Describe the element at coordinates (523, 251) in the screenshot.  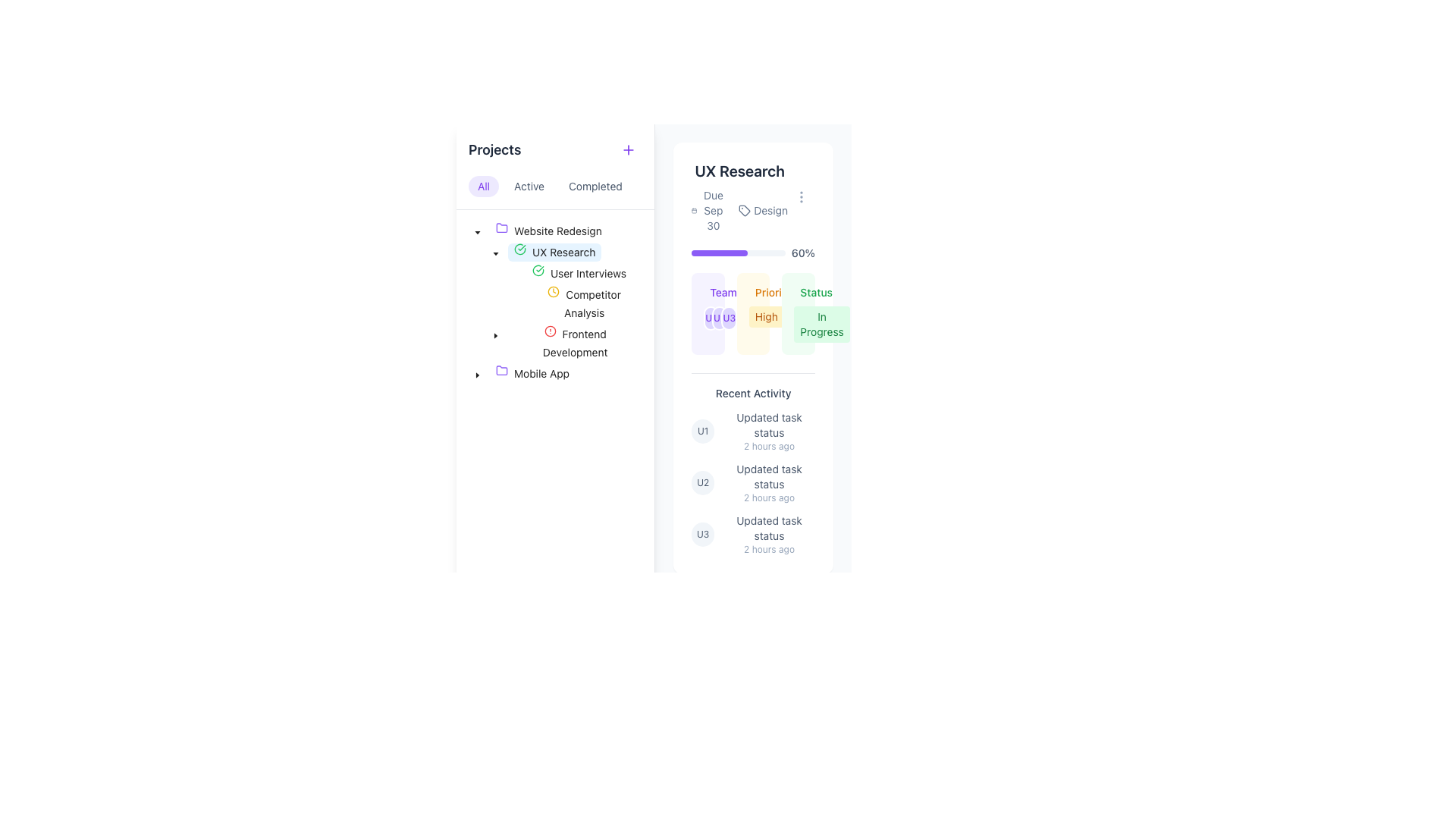
I see `green circular check icon with a tick mark, located to the left of the 'UX Research' text in the tree structure under the 'Website Redesign' project` at that location.